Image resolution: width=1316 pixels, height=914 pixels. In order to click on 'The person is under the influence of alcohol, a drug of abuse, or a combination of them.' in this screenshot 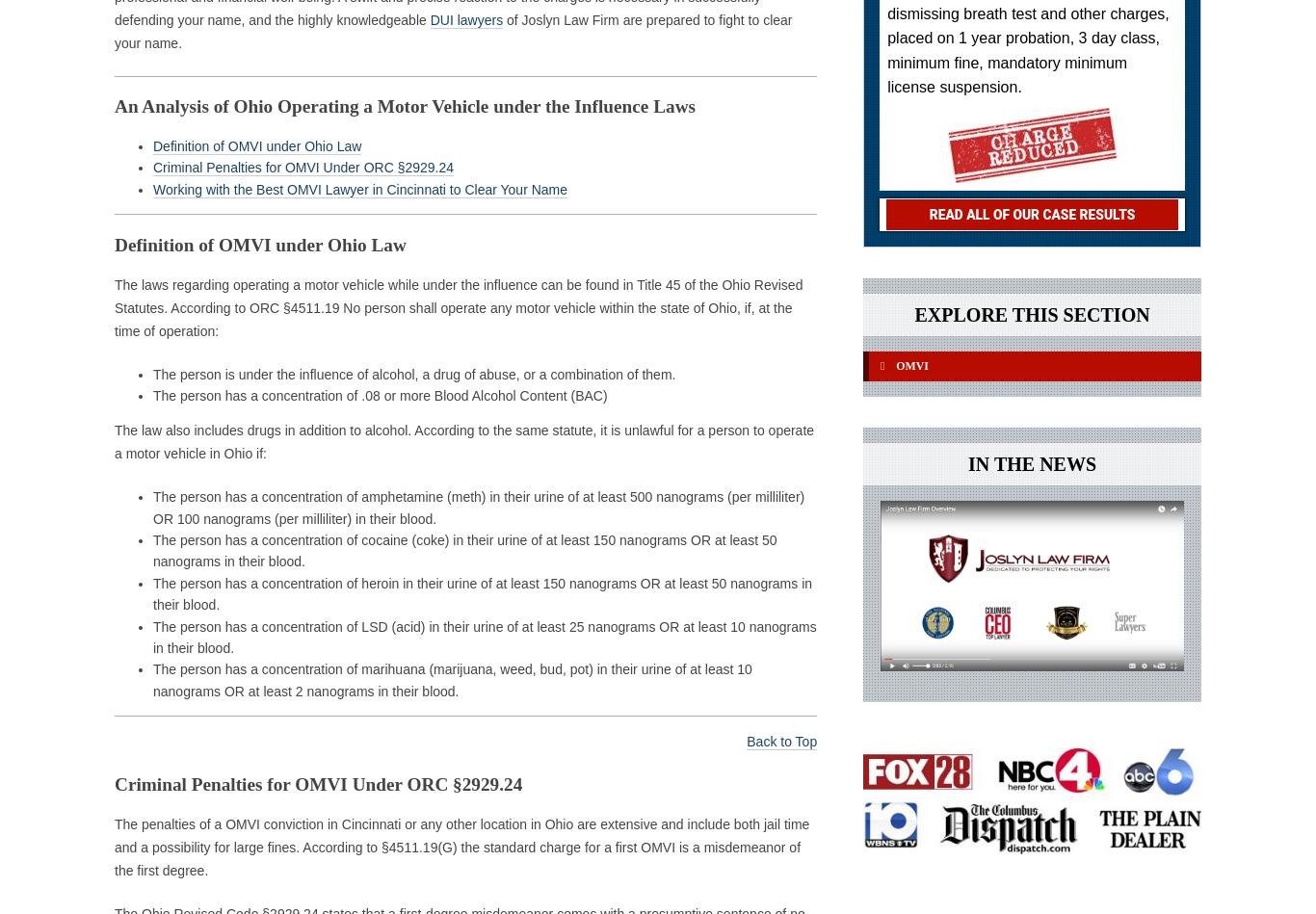, I will do `click(152, 374)`.